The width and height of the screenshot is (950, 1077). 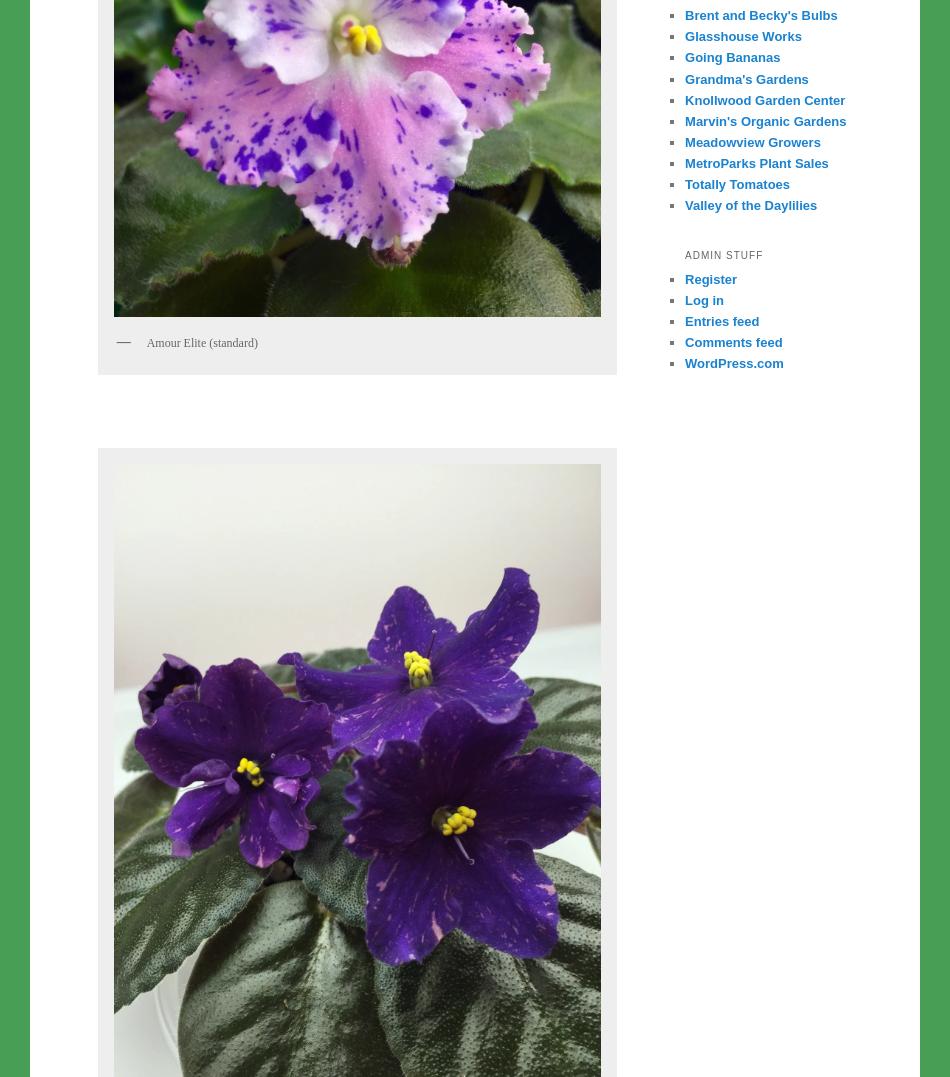 I want to click on 'Knollwood Garden Center', so click(x=764, y=98).